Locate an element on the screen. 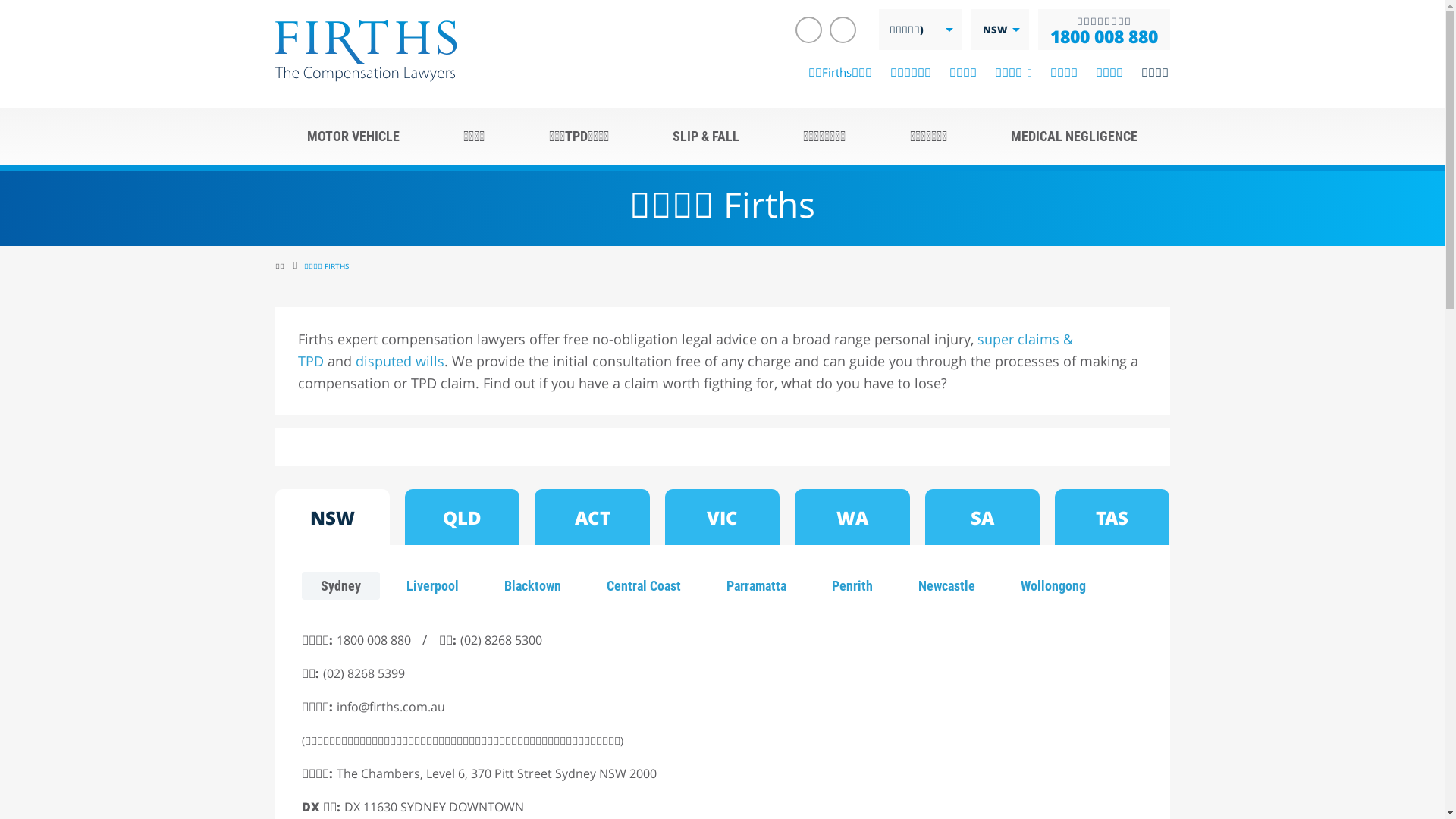 This screenshot has width=1456, height=819. 'Liverpool' is located at coordinates (386, 585).